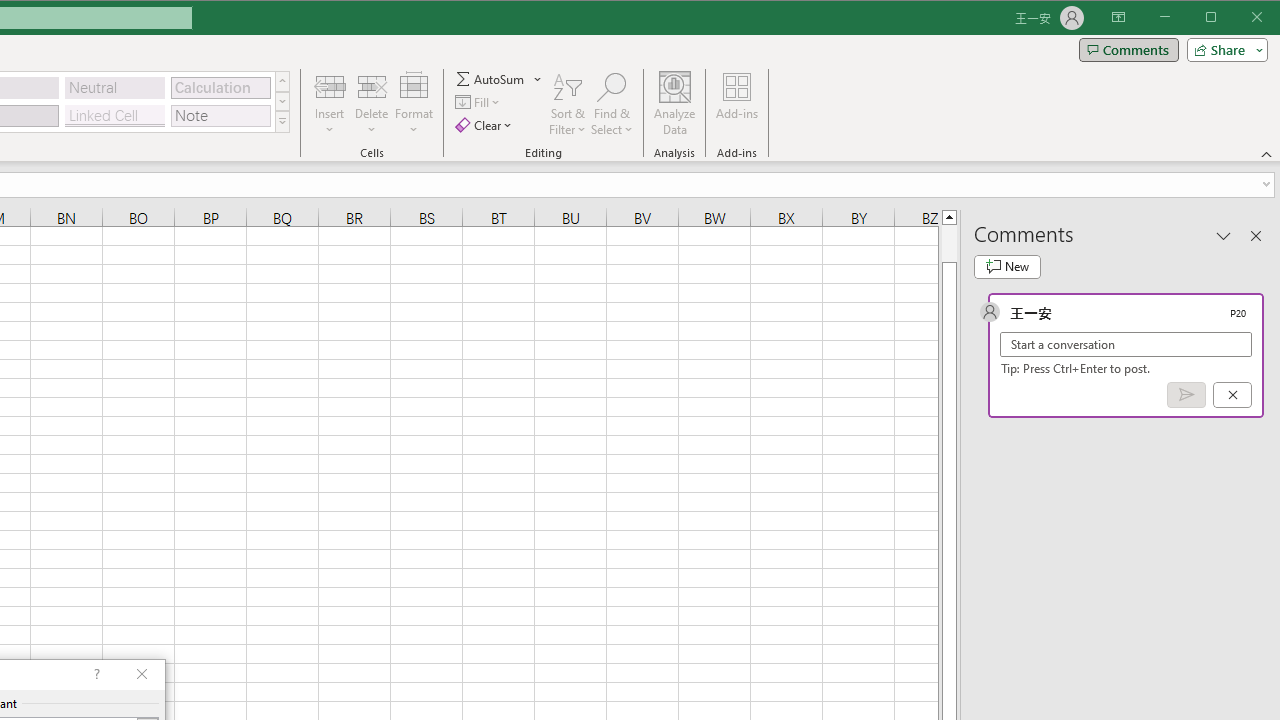 The image size is (1280, 720). Describe the element at coordinates (281, 80) in the screenshot. I see `'Row up'` at that location.